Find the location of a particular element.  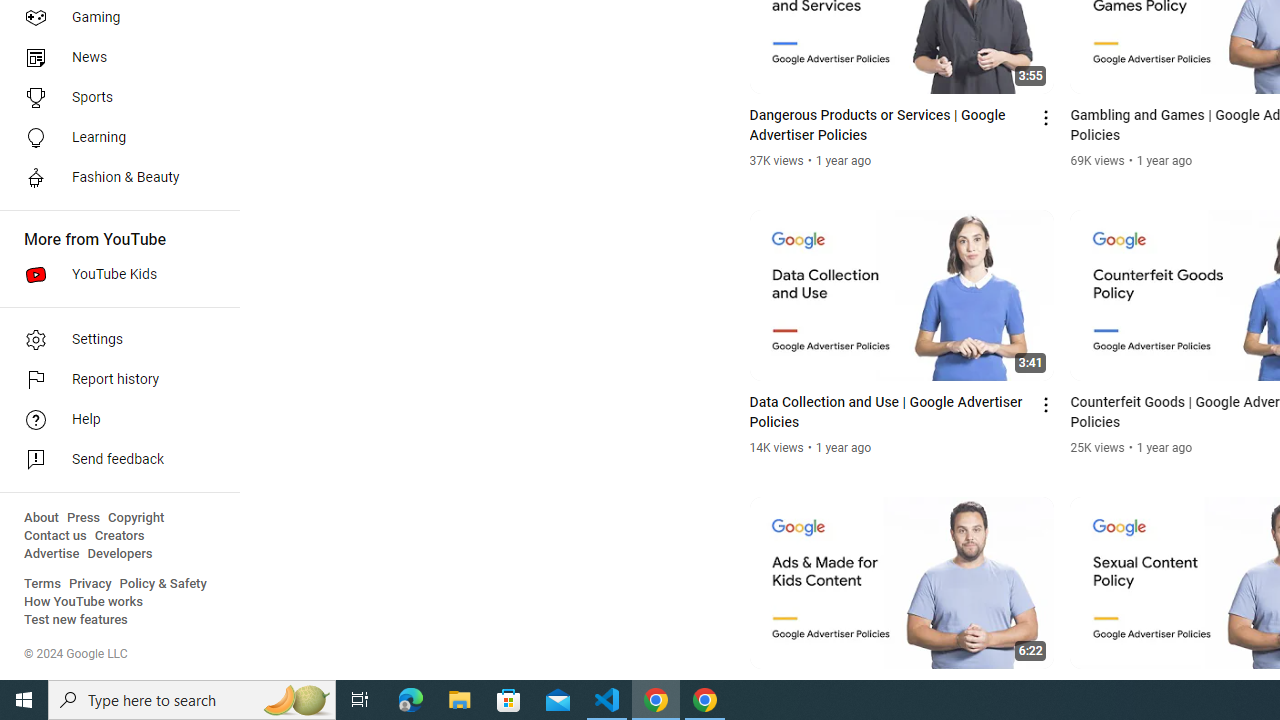

'Learning' is located at coordinates (112, 136).